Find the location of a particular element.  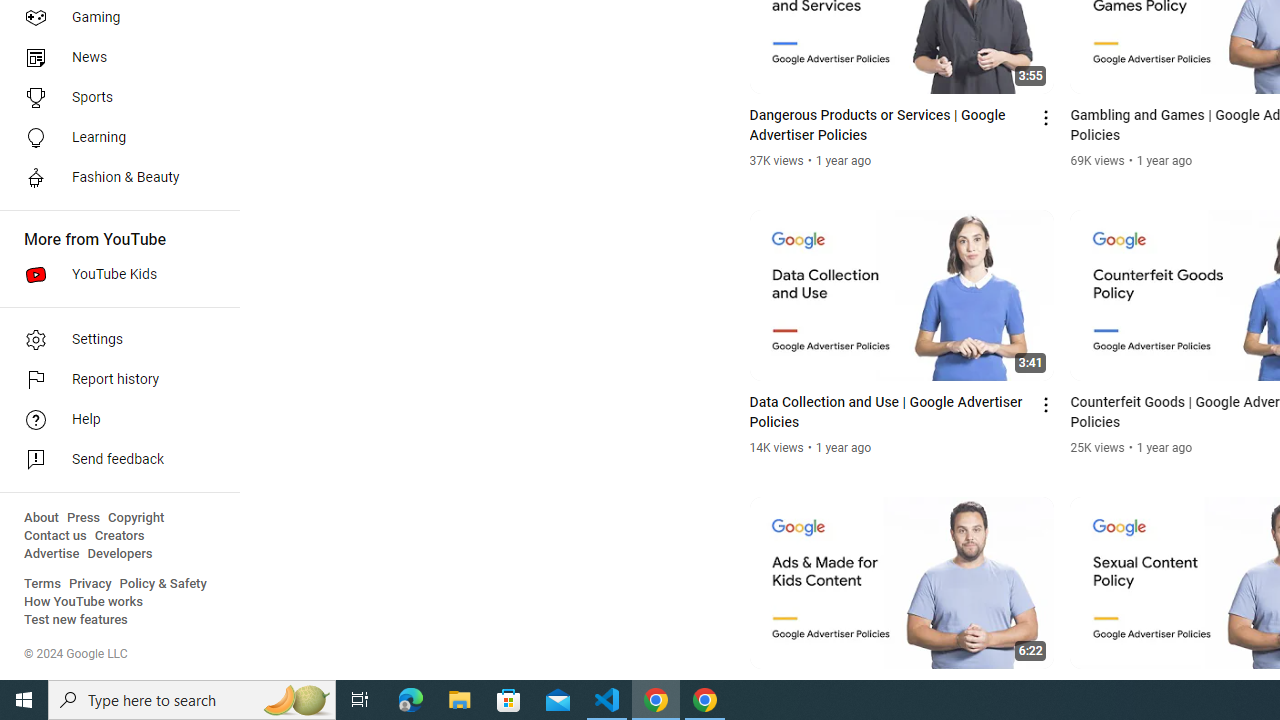

'Learning' is located at coordinates (112, 136).